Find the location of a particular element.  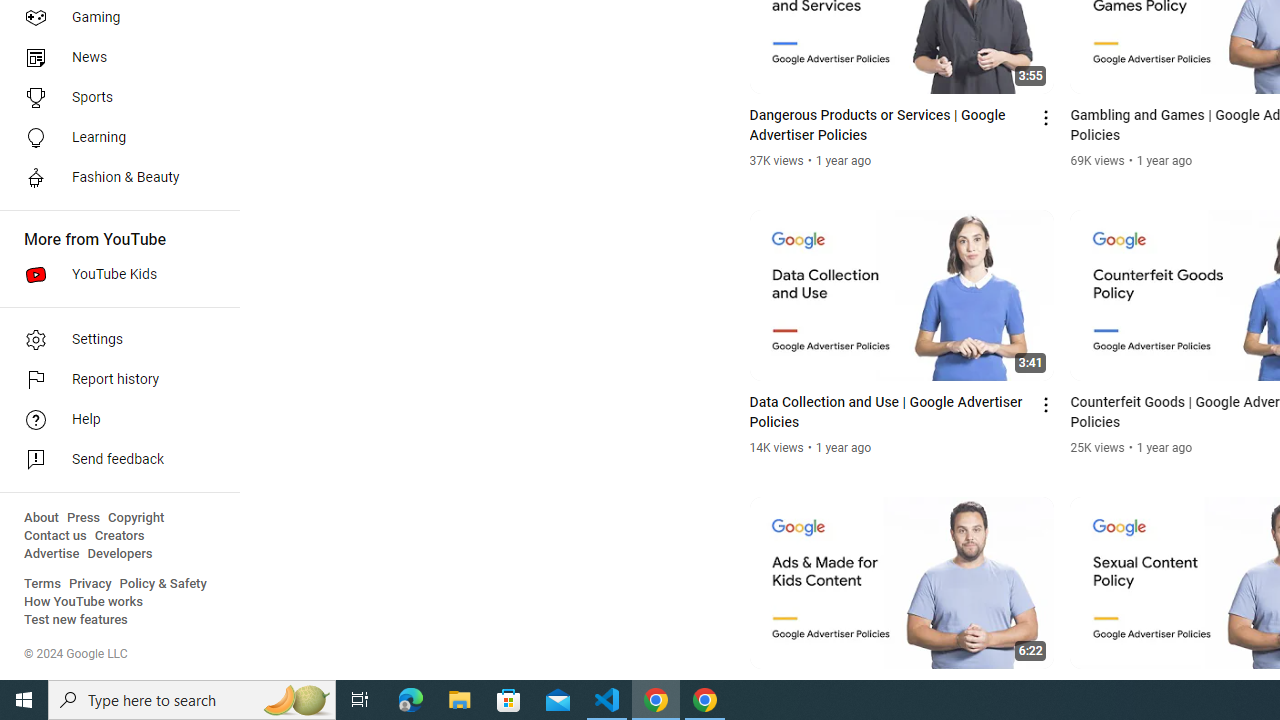

'Learning' is located at coordinates (112, 136).